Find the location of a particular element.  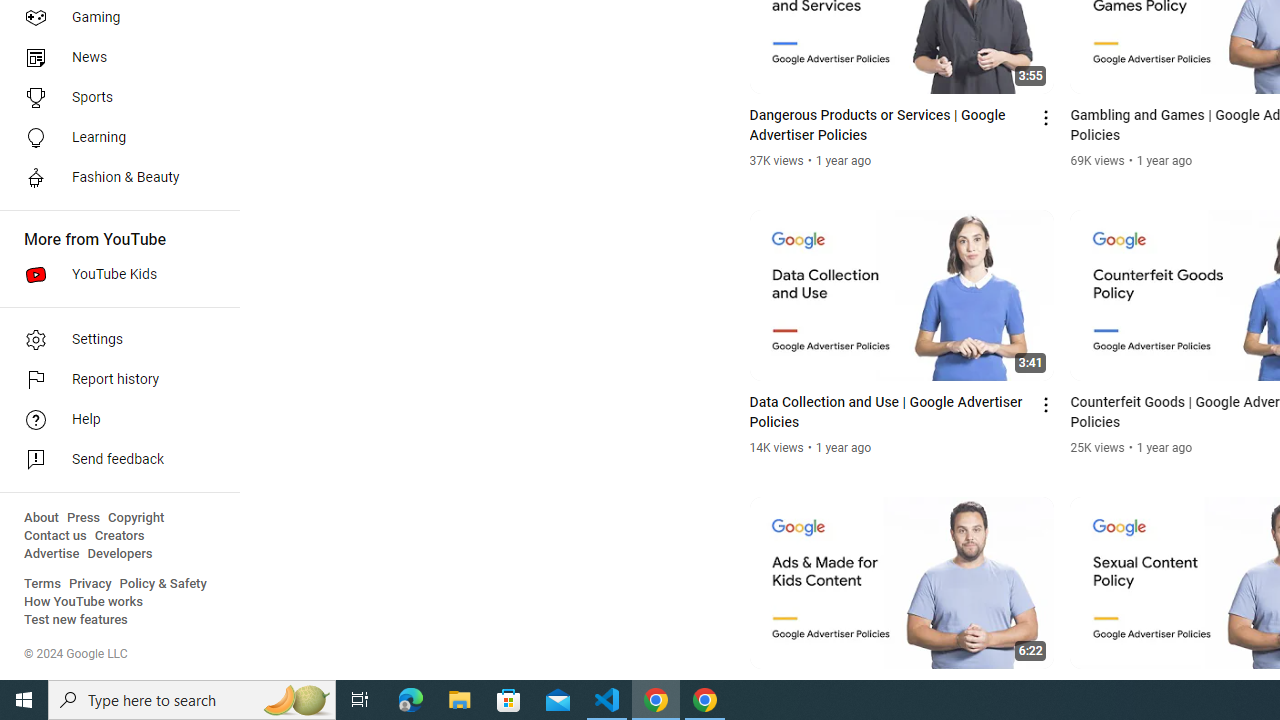

'Learning' is located at coordinates (112, 136).